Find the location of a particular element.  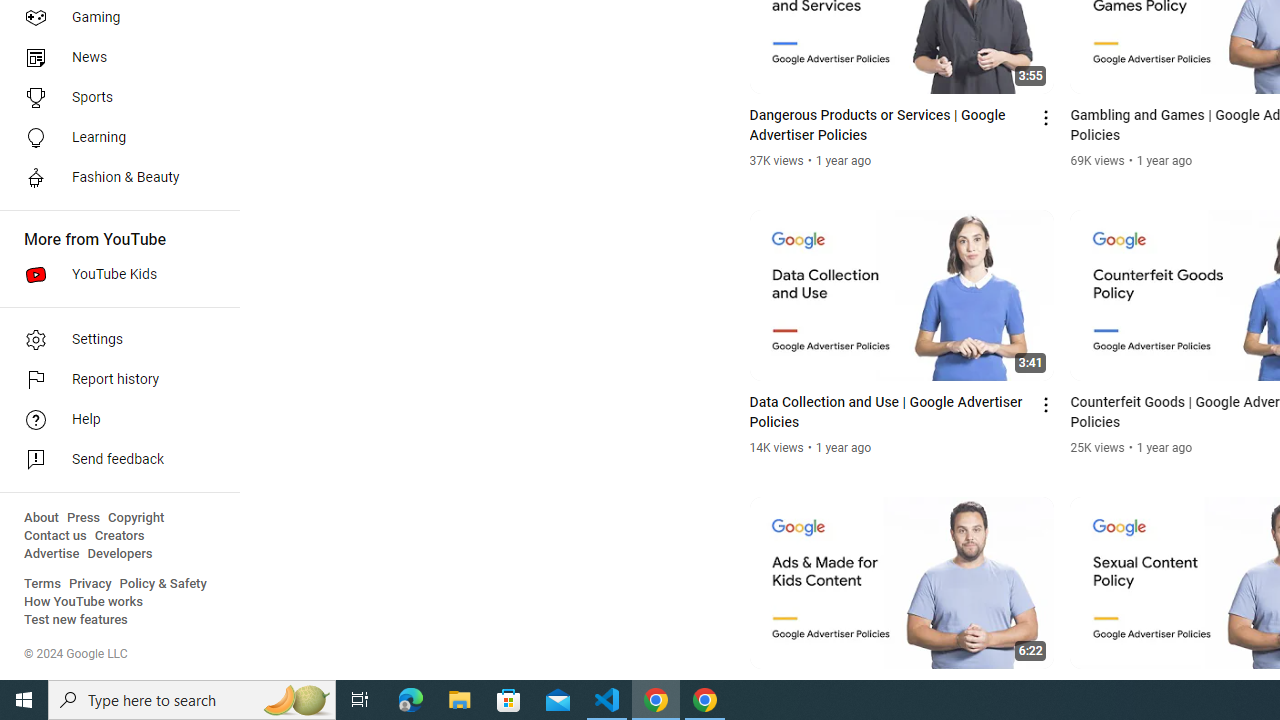

'Learning' is located at coordinates (112, 136).